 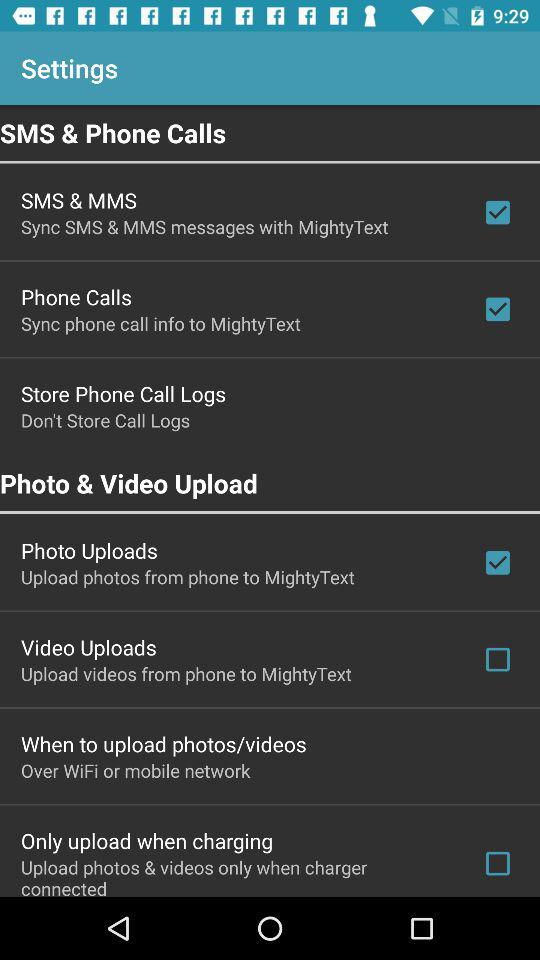 What do you see at coordinates (496, 563) in the screenshot?
I see `the check box which is after photo uploads on the page` at bounding box center [496, 563].